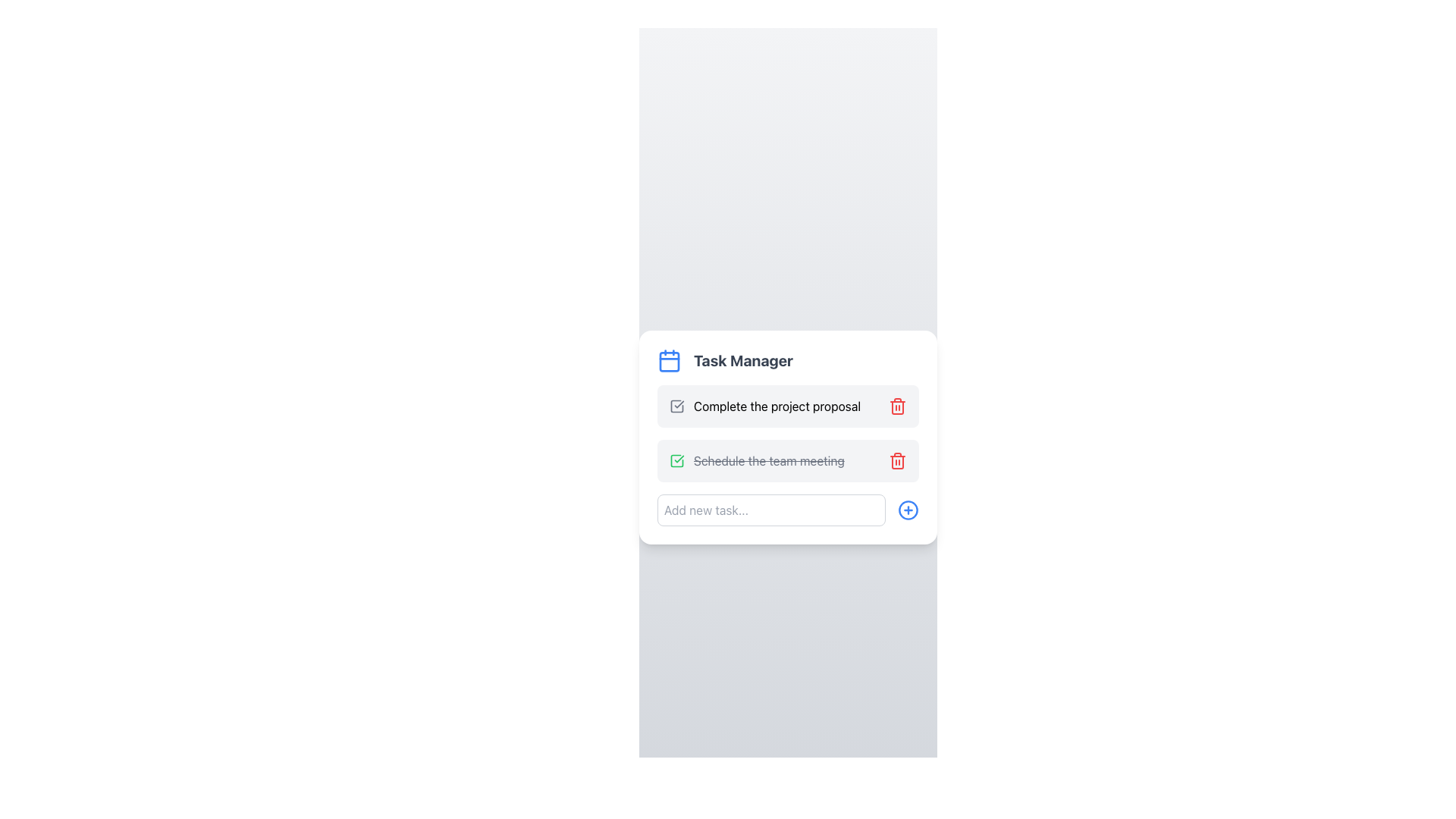 The width and height of the screenshot is (1456, 819). I want to click on the Circular vector graphic located in the bottom-right corner of the task entry field in the 'Task Manager' card interface, so click(908, 510).